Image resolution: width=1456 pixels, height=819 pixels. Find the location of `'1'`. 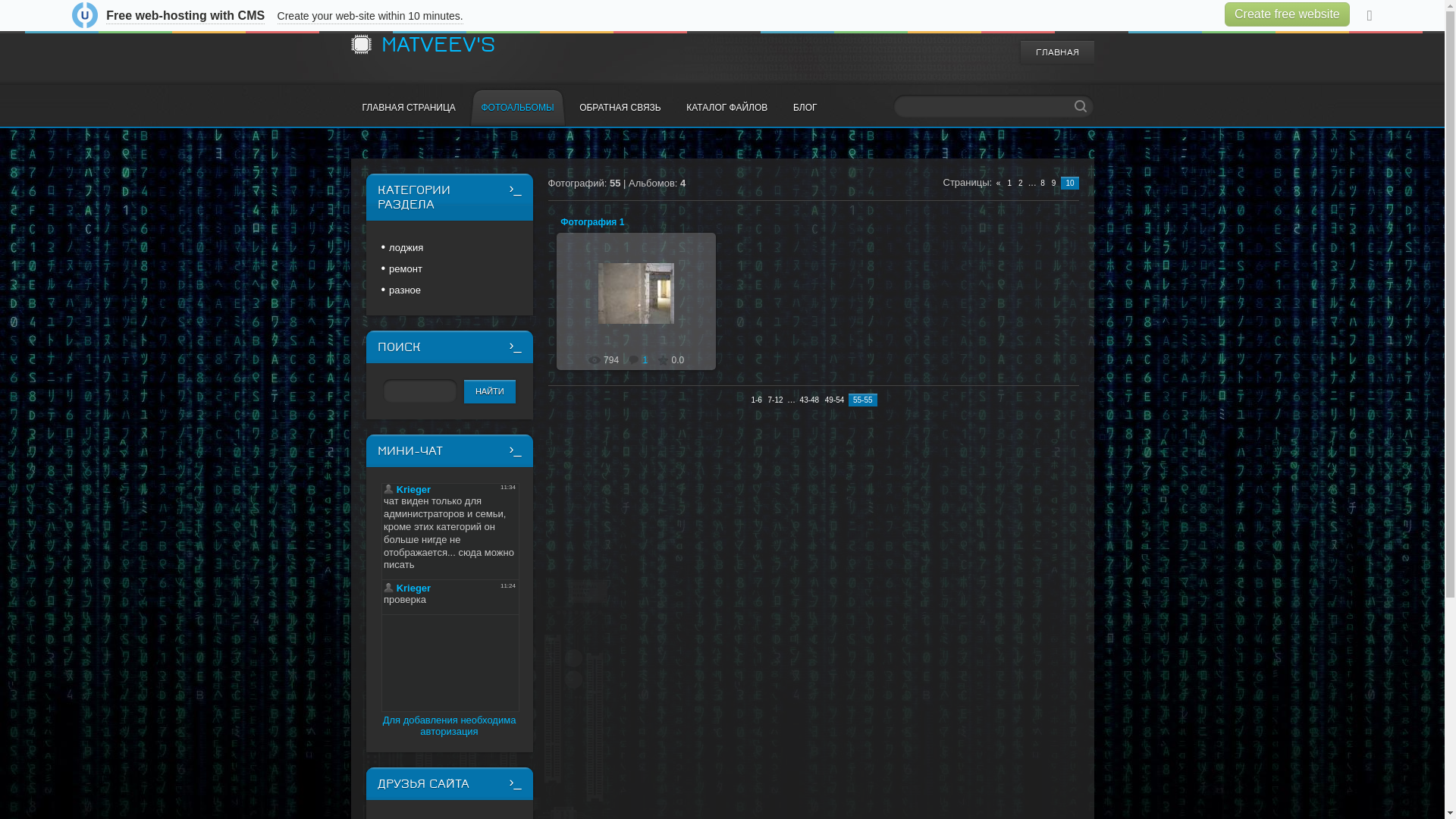

'1' is located at coordinates (638, 359).